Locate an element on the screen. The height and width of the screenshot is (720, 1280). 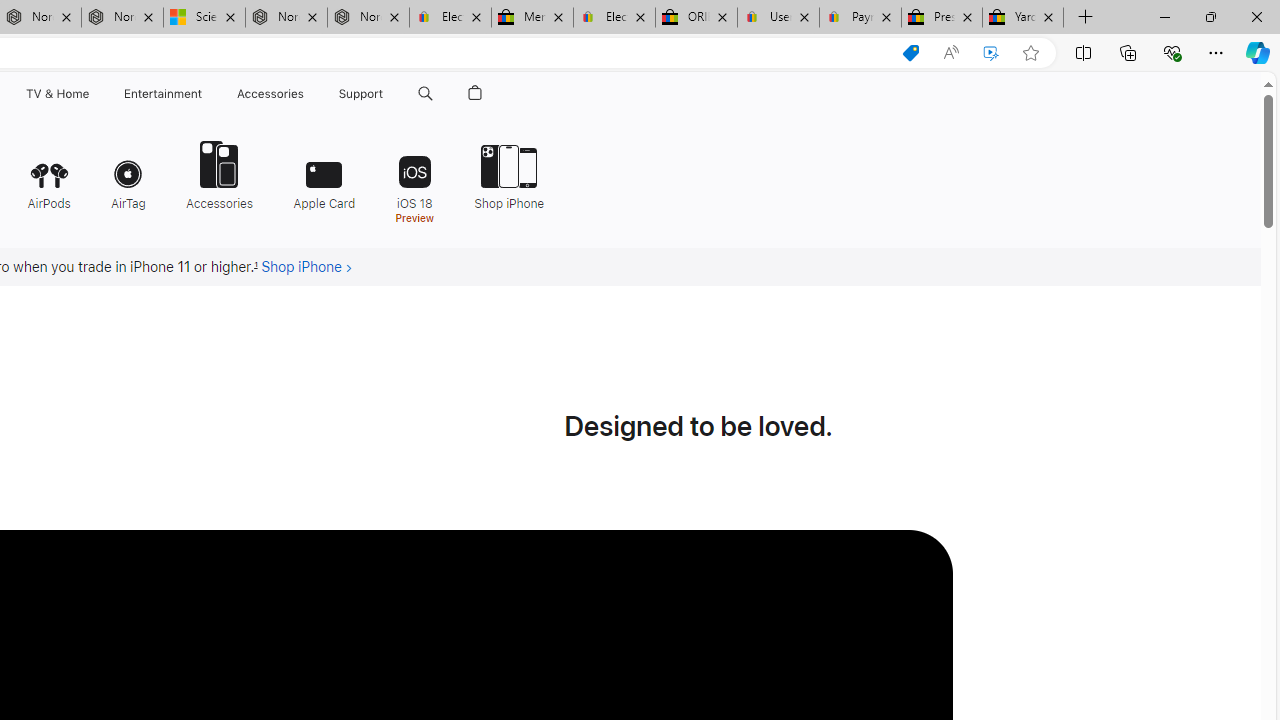
'Nordace - FAQ' is located at coordinates (368, 17).